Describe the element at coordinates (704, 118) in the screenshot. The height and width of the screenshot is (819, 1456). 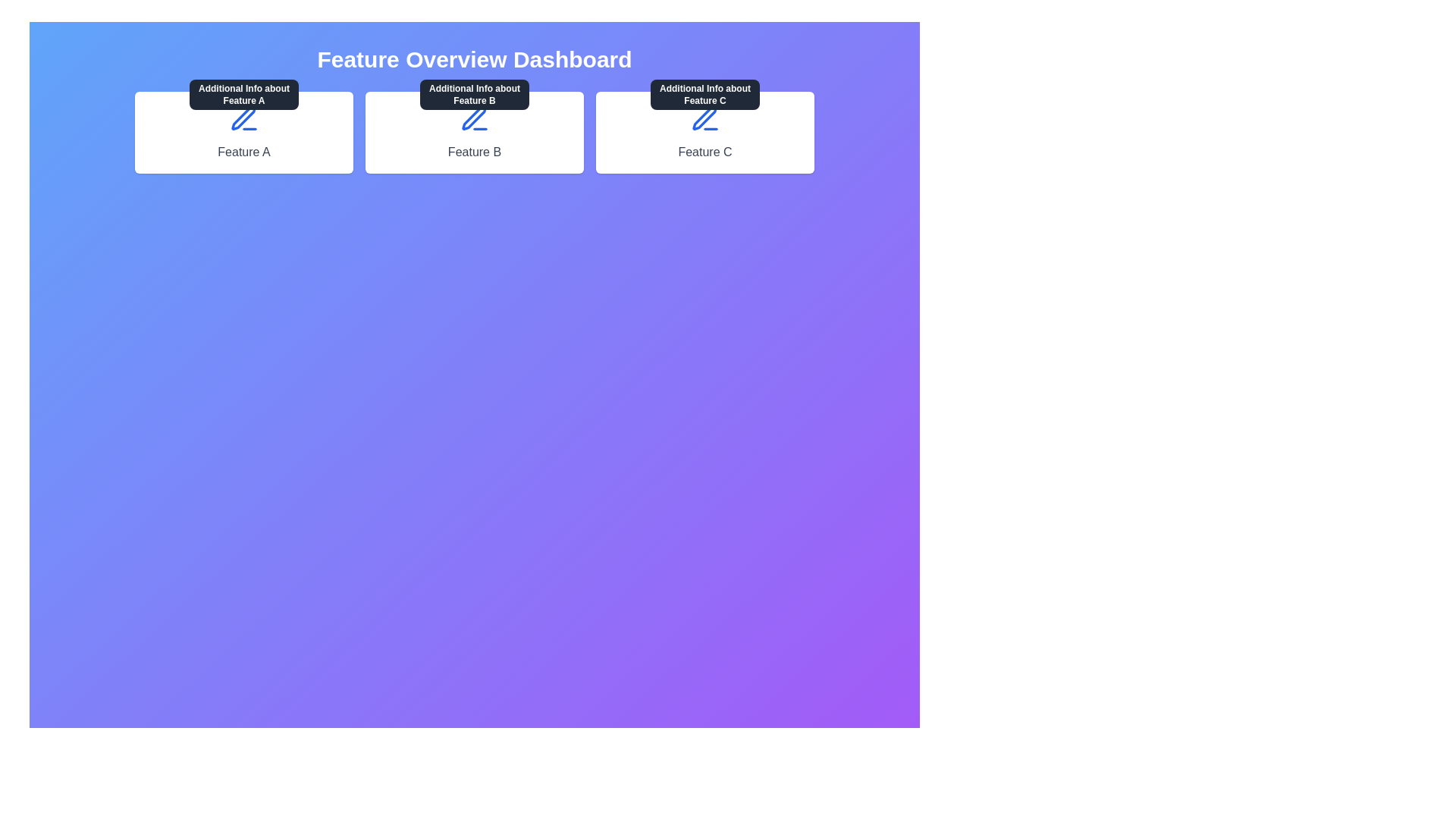
I see `the editing icon located in the third card titled 'Feature C', positioned near the top-center of the card, beneath an informational tooltip` at that location.